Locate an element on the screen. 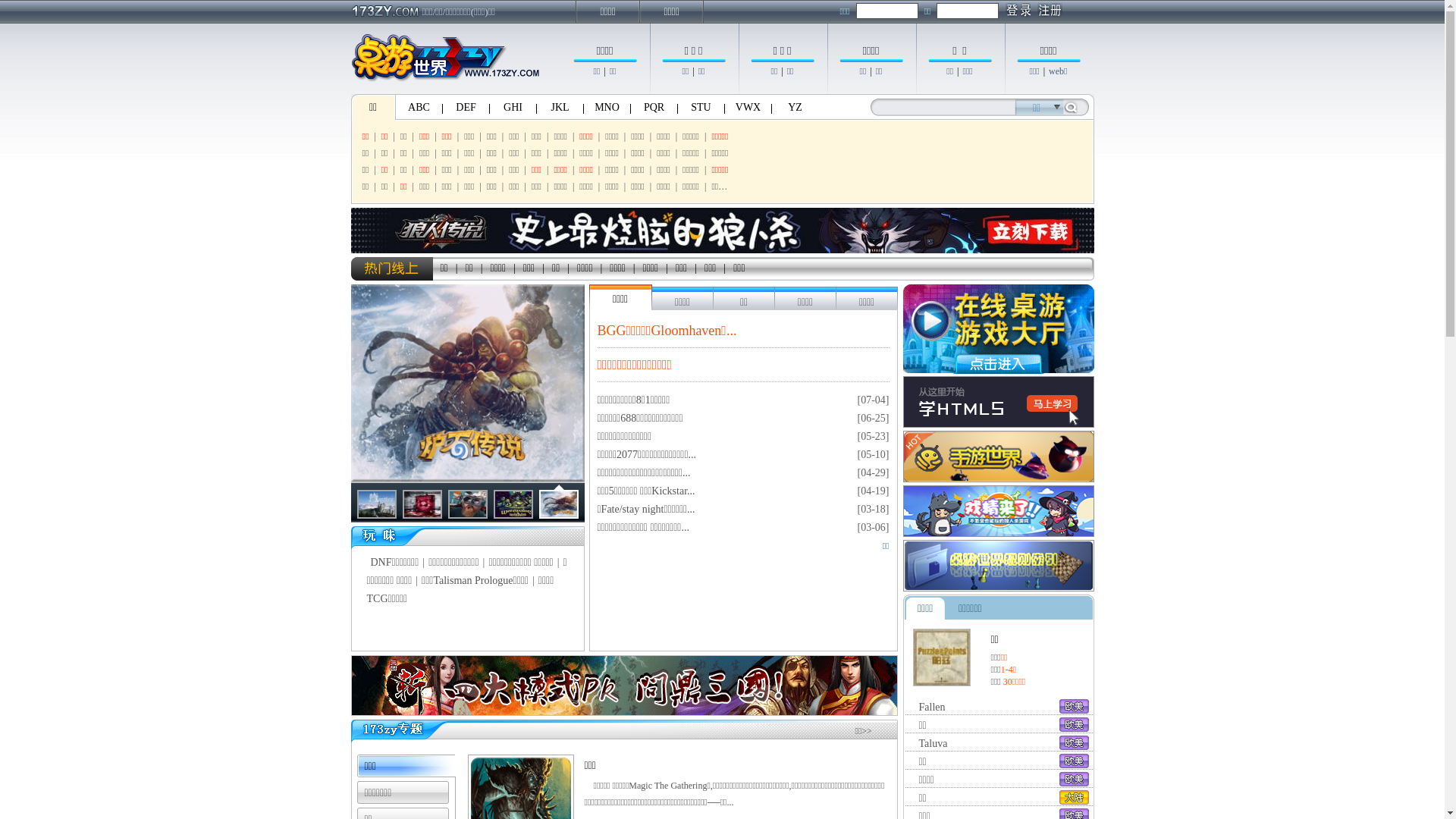  'Taluva' is located at coordinates (932, 742).